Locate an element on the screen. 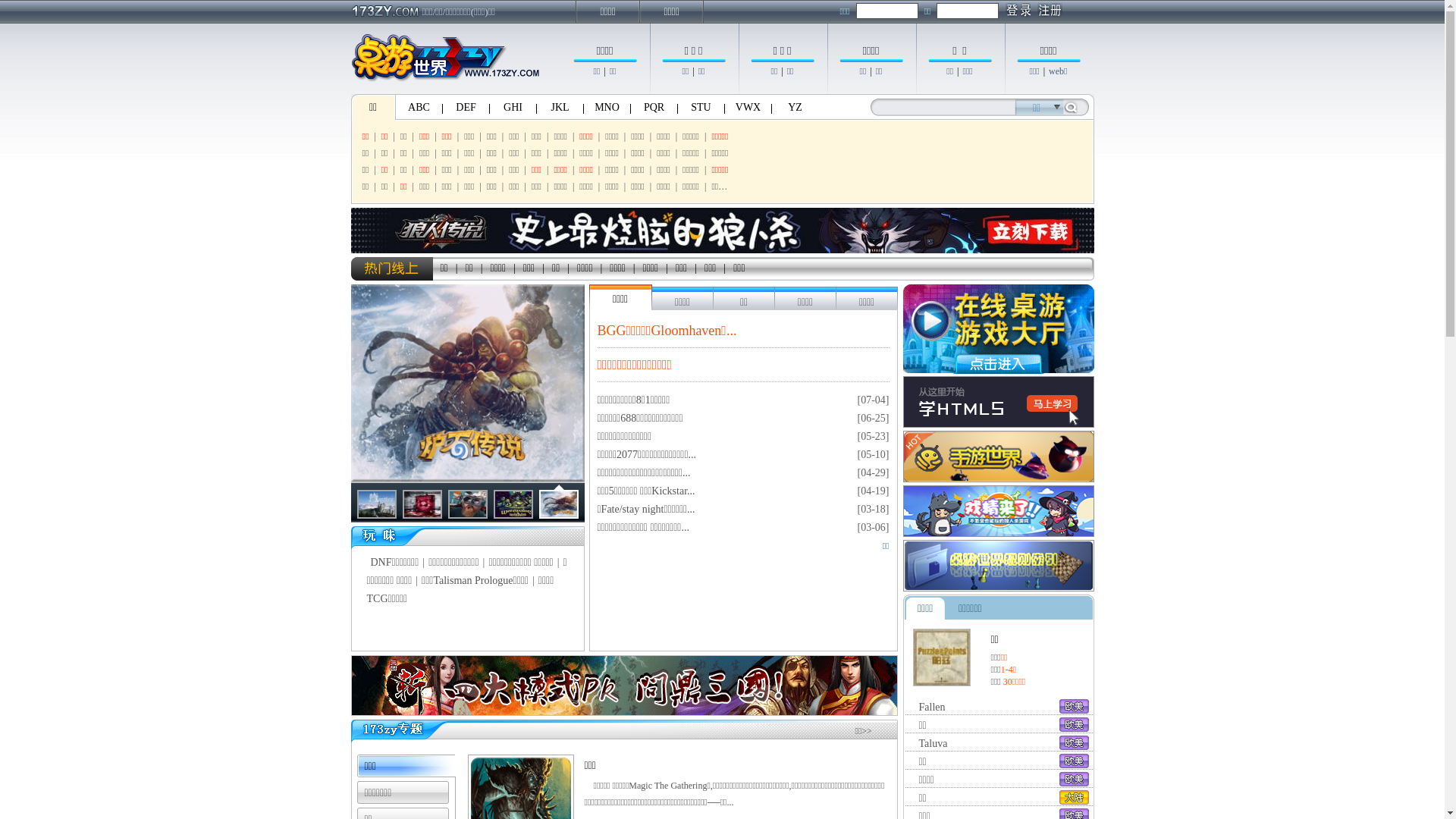  'Taluva' is located at coordinates (932, 742).